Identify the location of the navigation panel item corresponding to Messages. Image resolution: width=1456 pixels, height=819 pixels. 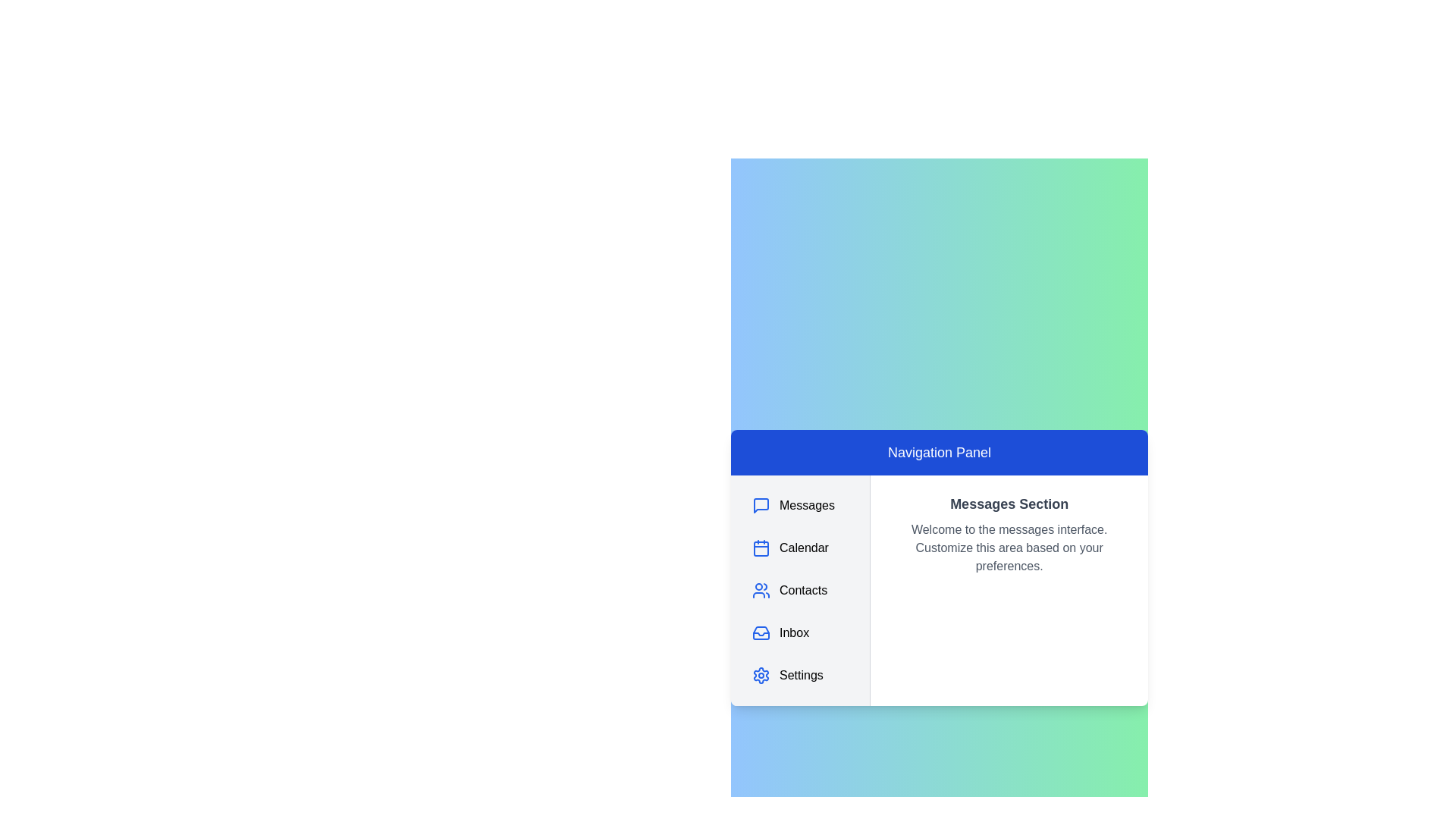
(799, 506).